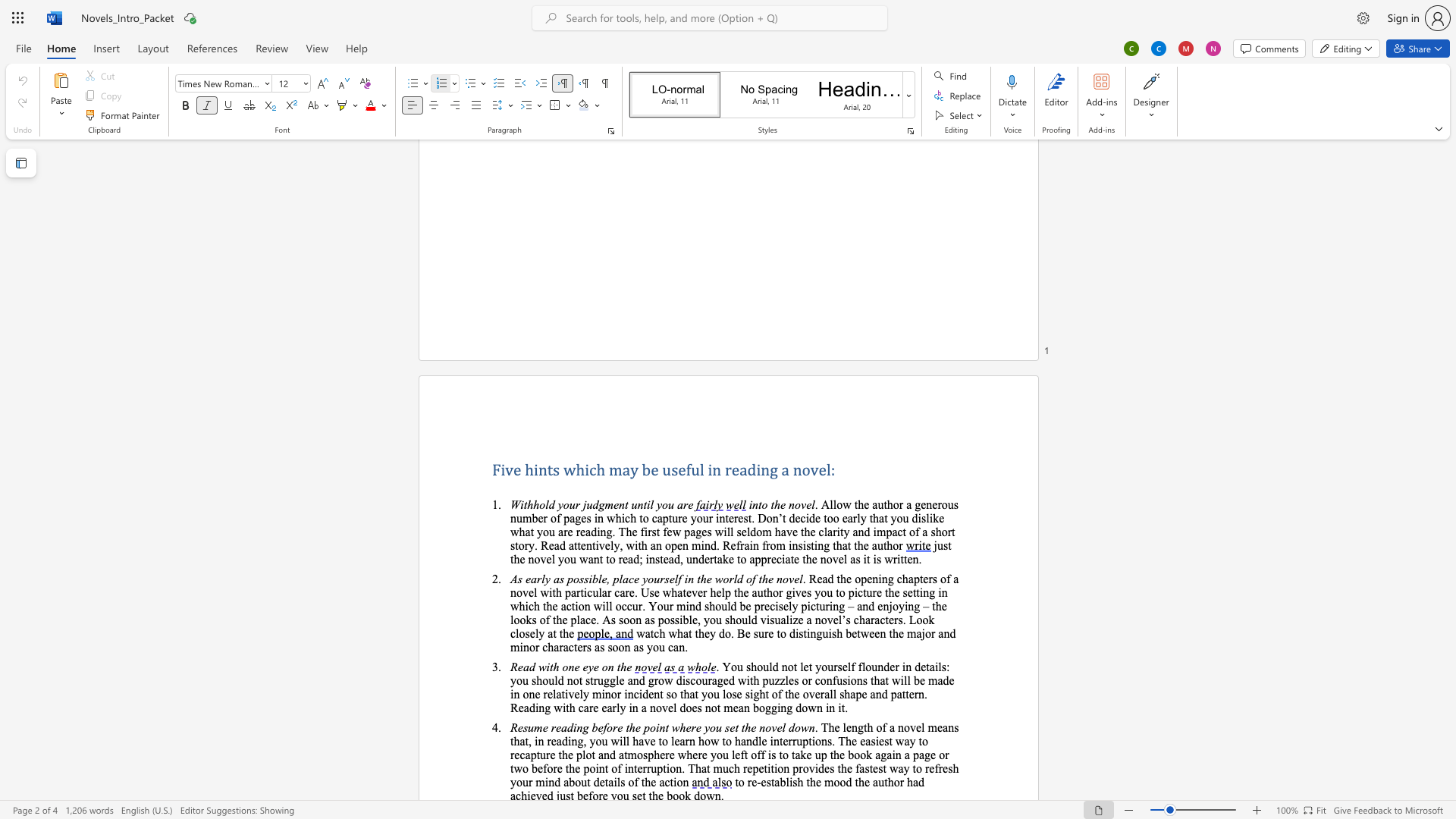  What do you see at coordinates (513, 633) in the screenshot?
I see `the 14th character "c" in the text` at bounding box center [513, 633].